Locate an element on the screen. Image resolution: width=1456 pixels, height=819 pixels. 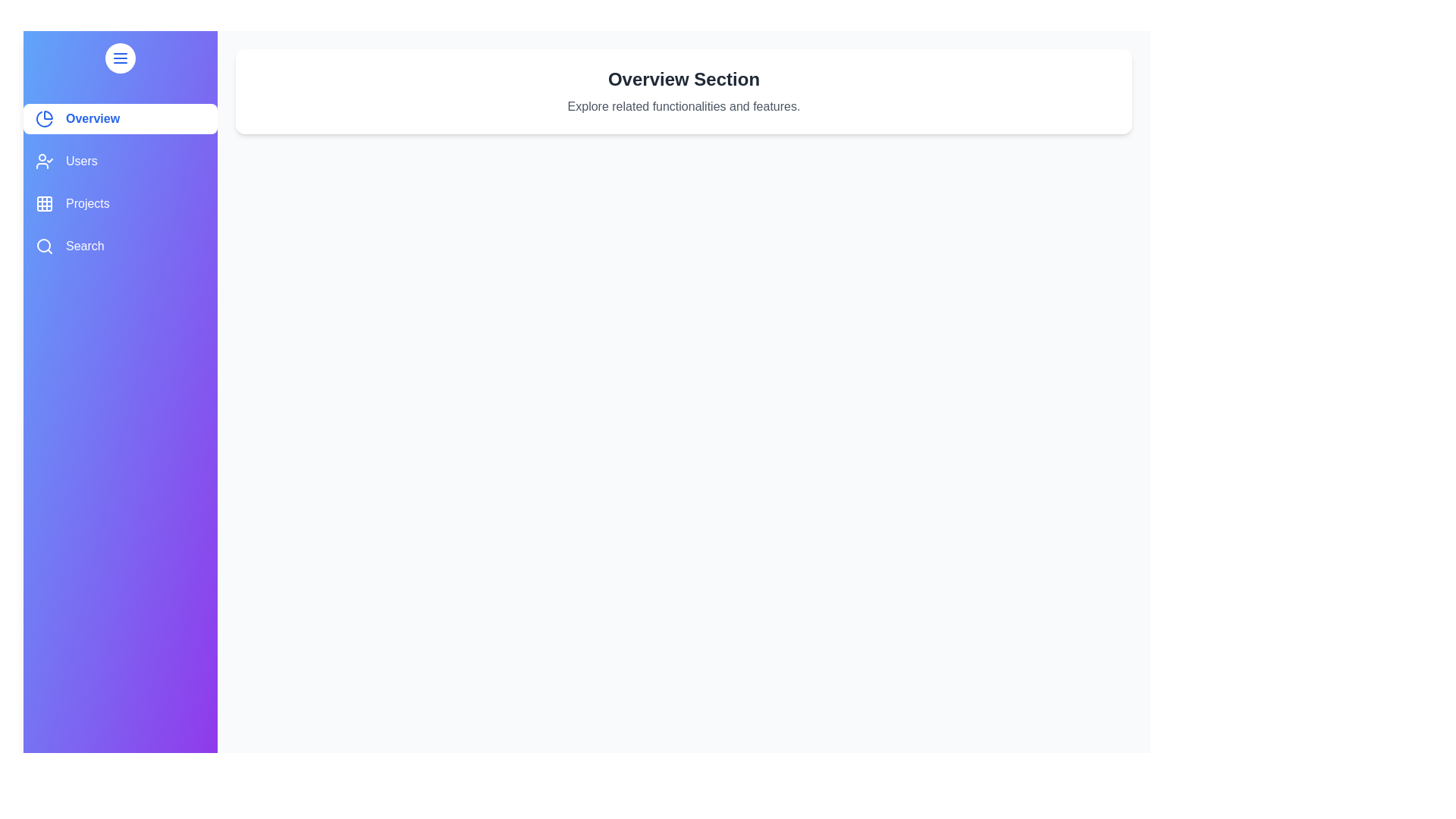
the sidebar item labeled Projects to view its hover effect is located at coordinates (119, 203).